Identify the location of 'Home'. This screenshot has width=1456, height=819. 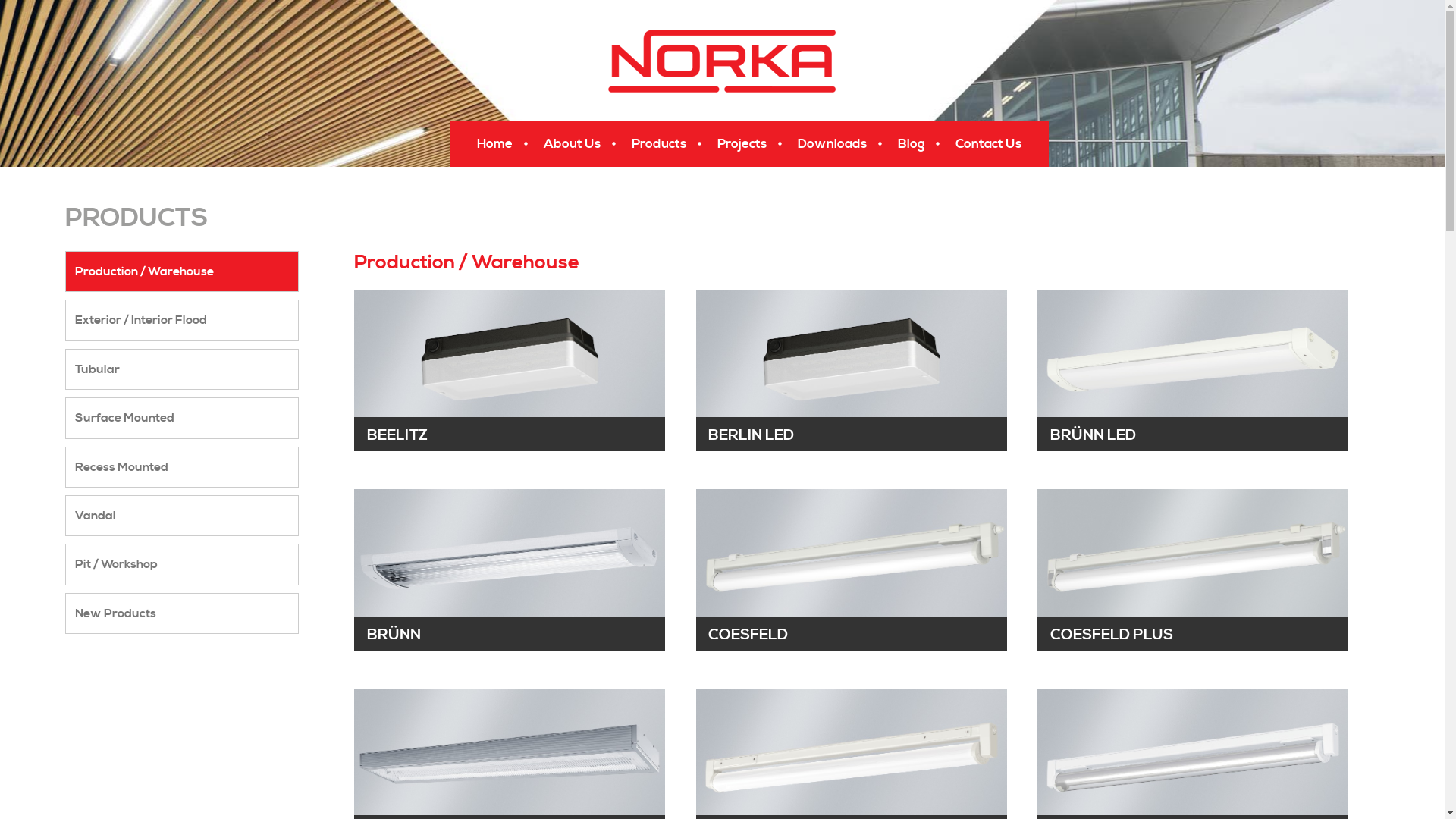
(496, 143).